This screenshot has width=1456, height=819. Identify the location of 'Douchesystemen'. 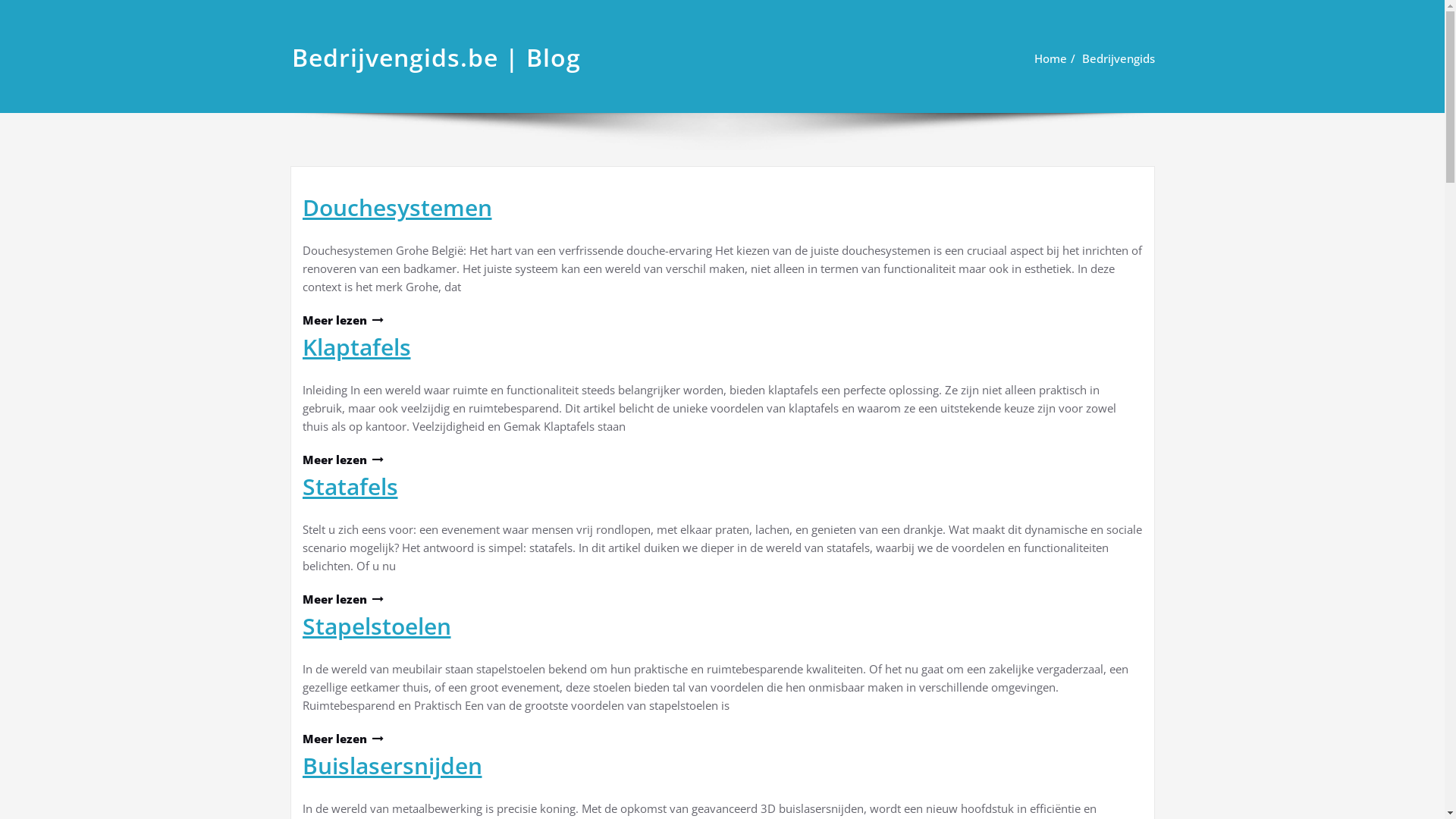
(397, 207).